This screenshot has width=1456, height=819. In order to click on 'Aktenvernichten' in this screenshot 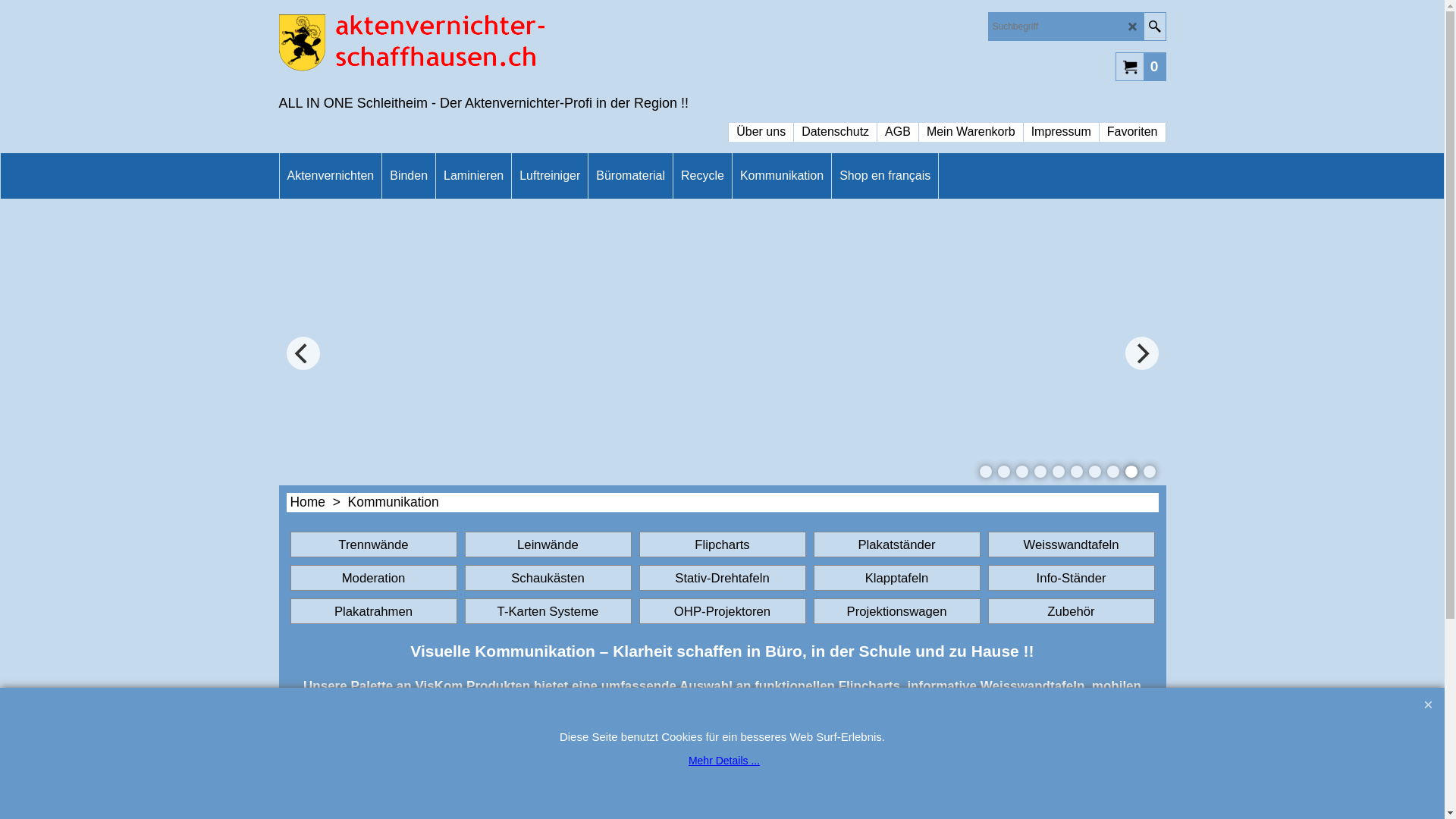, I will do `click(279, 174)`.